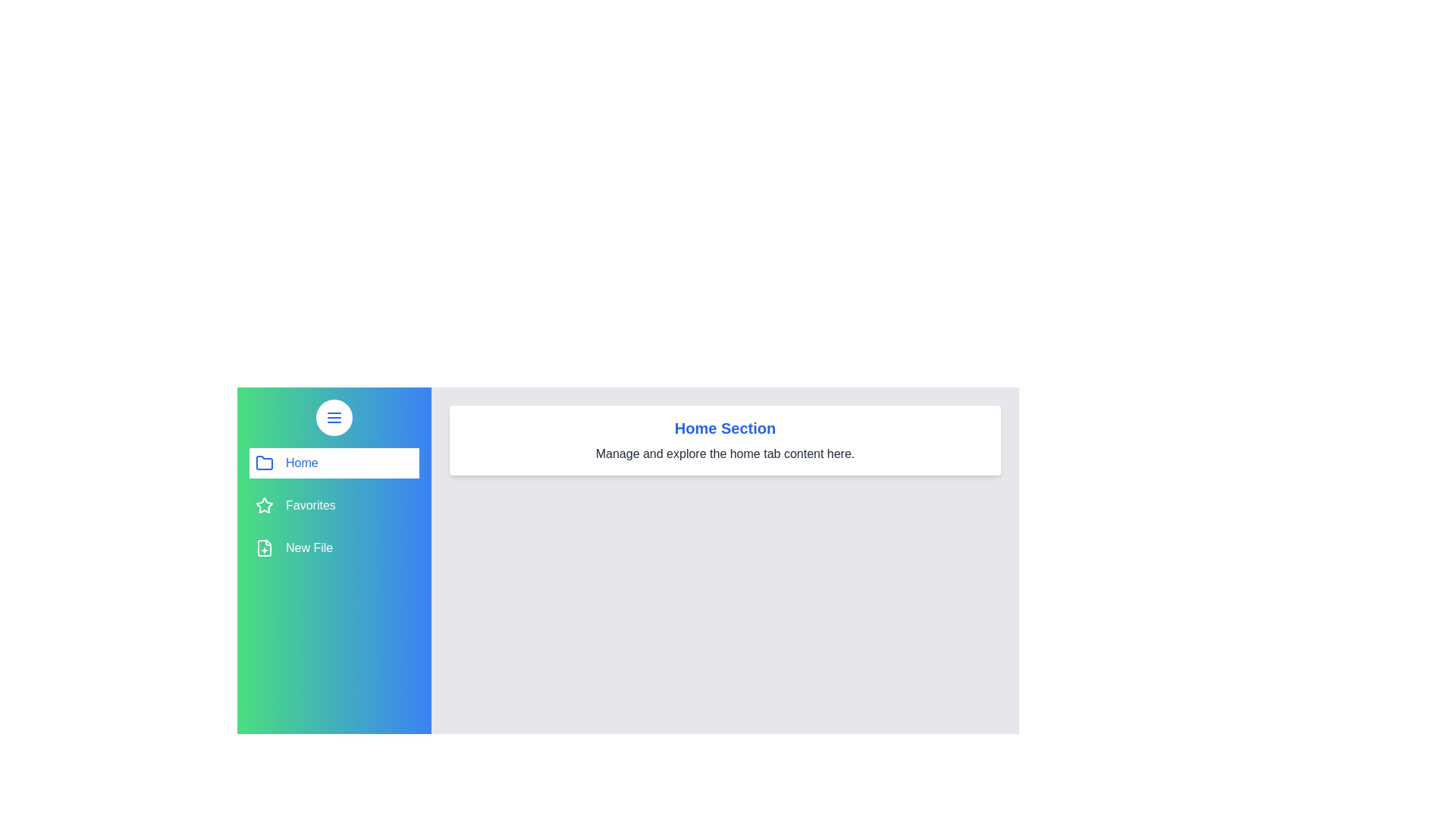  What do you see at coordinates (334, 462) in the screenshot?
I see `the tab Home by clicking on its corresponding item` at bounding box center [334, 462].